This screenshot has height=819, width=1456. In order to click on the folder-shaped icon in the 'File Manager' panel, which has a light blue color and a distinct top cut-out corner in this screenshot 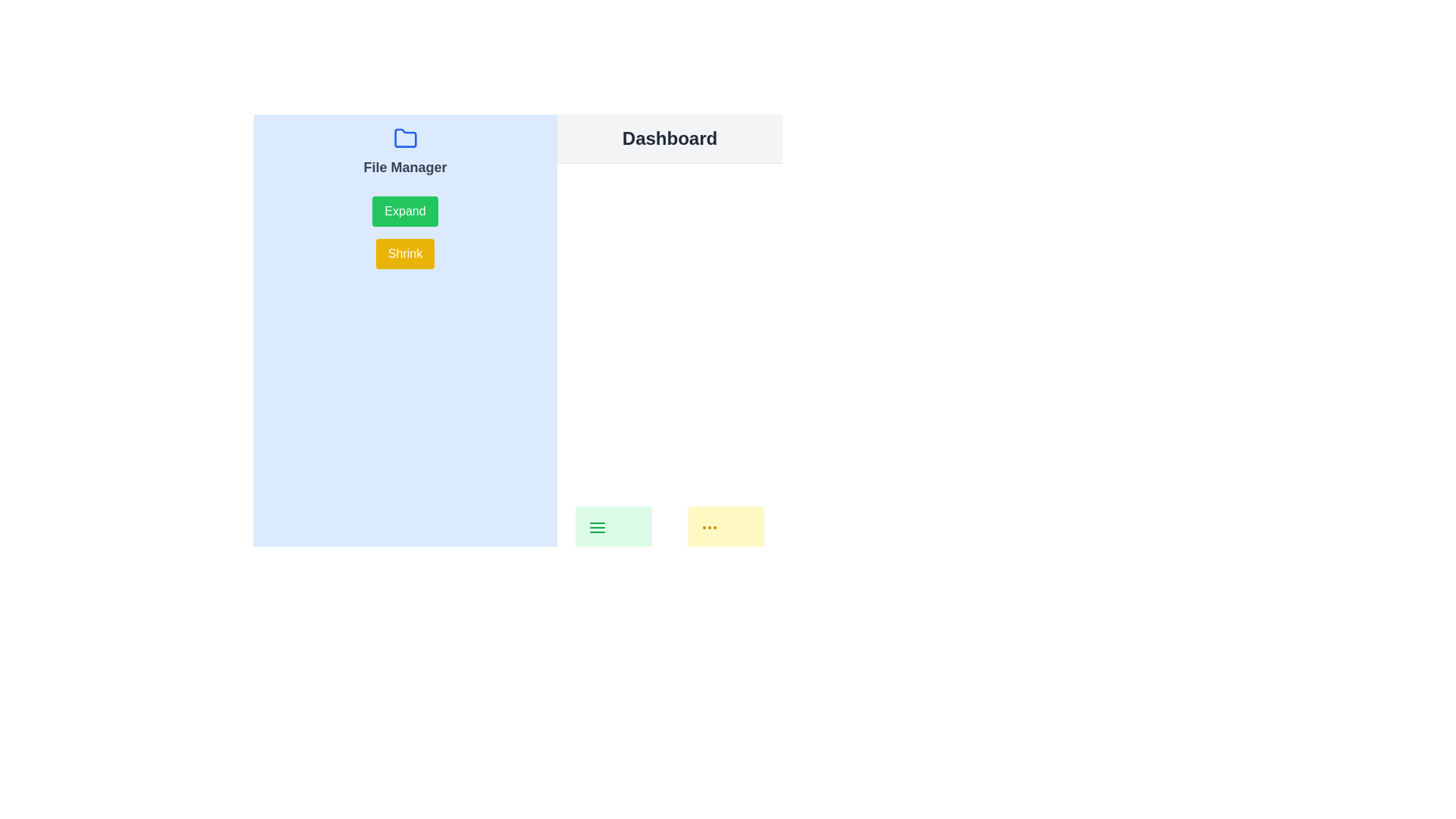, I will do `click(405, 138)`.